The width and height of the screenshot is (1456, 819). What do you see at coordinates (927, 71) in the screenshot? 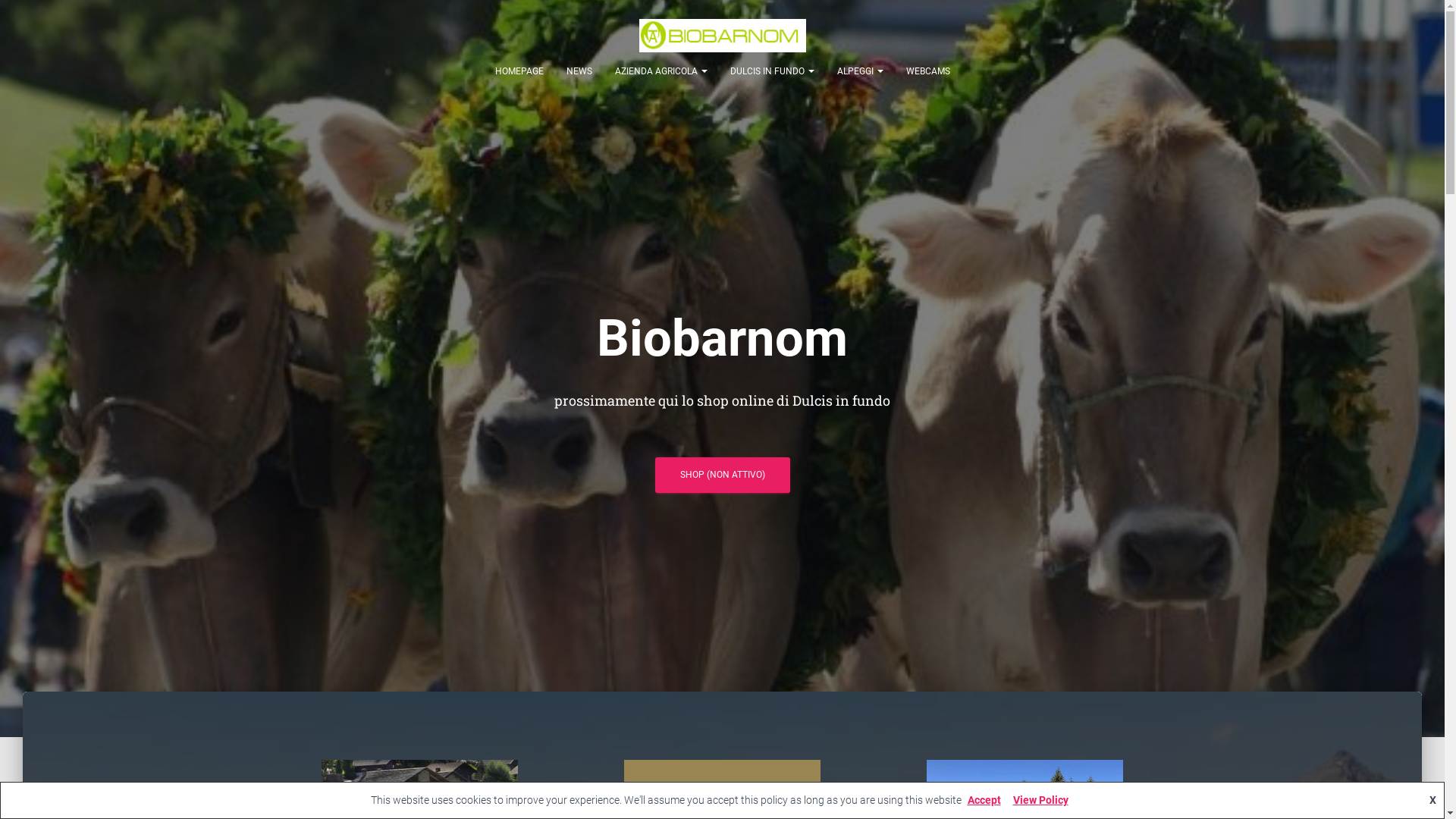
I see `'WEBCAMS'` at bounding box center [927, 71].